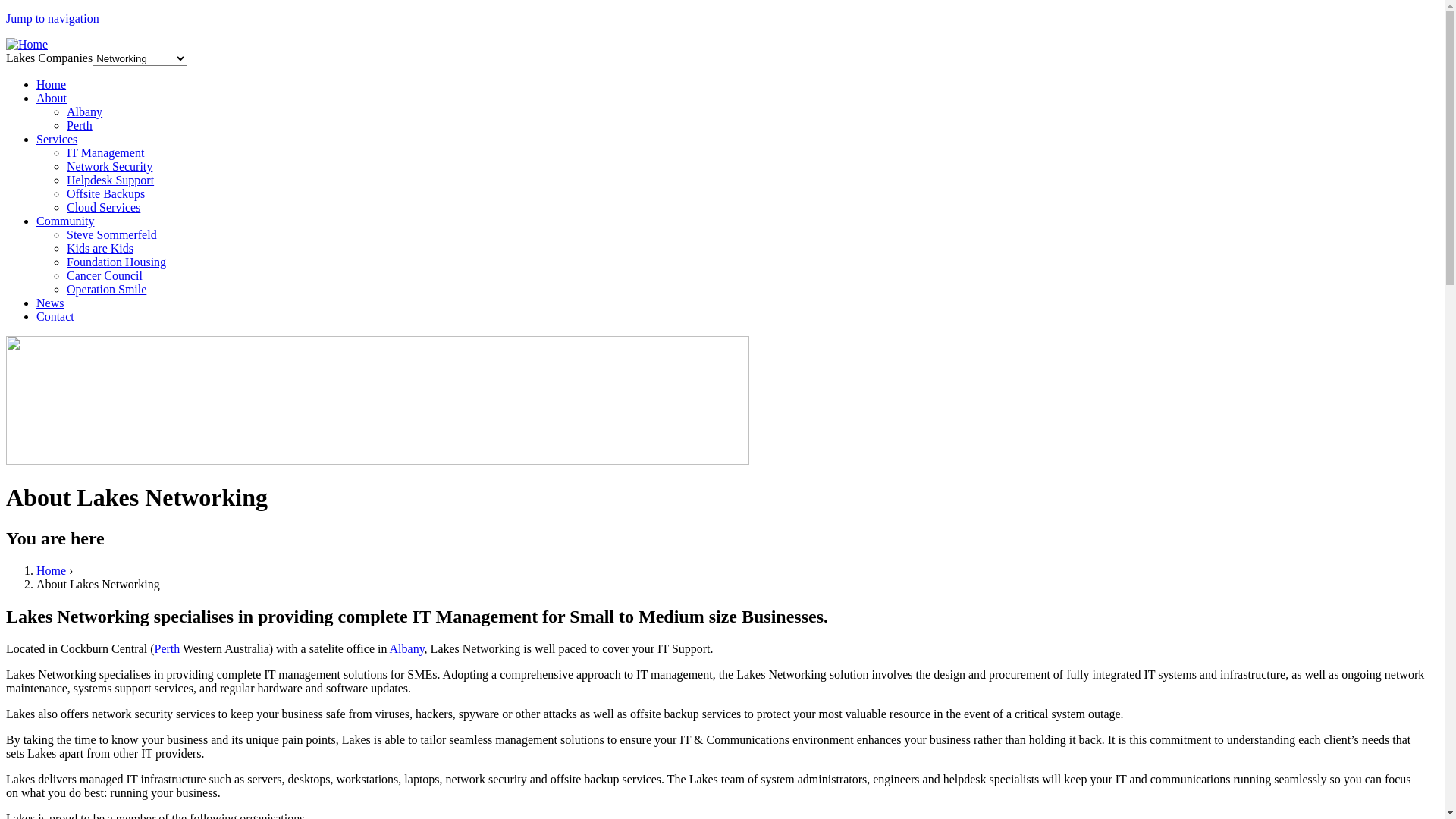 The image size is (1456, 819). What do you see at coordinates (407, 648) in the screenshot?
I see `'Albany'` at bounding box center [407, 648].